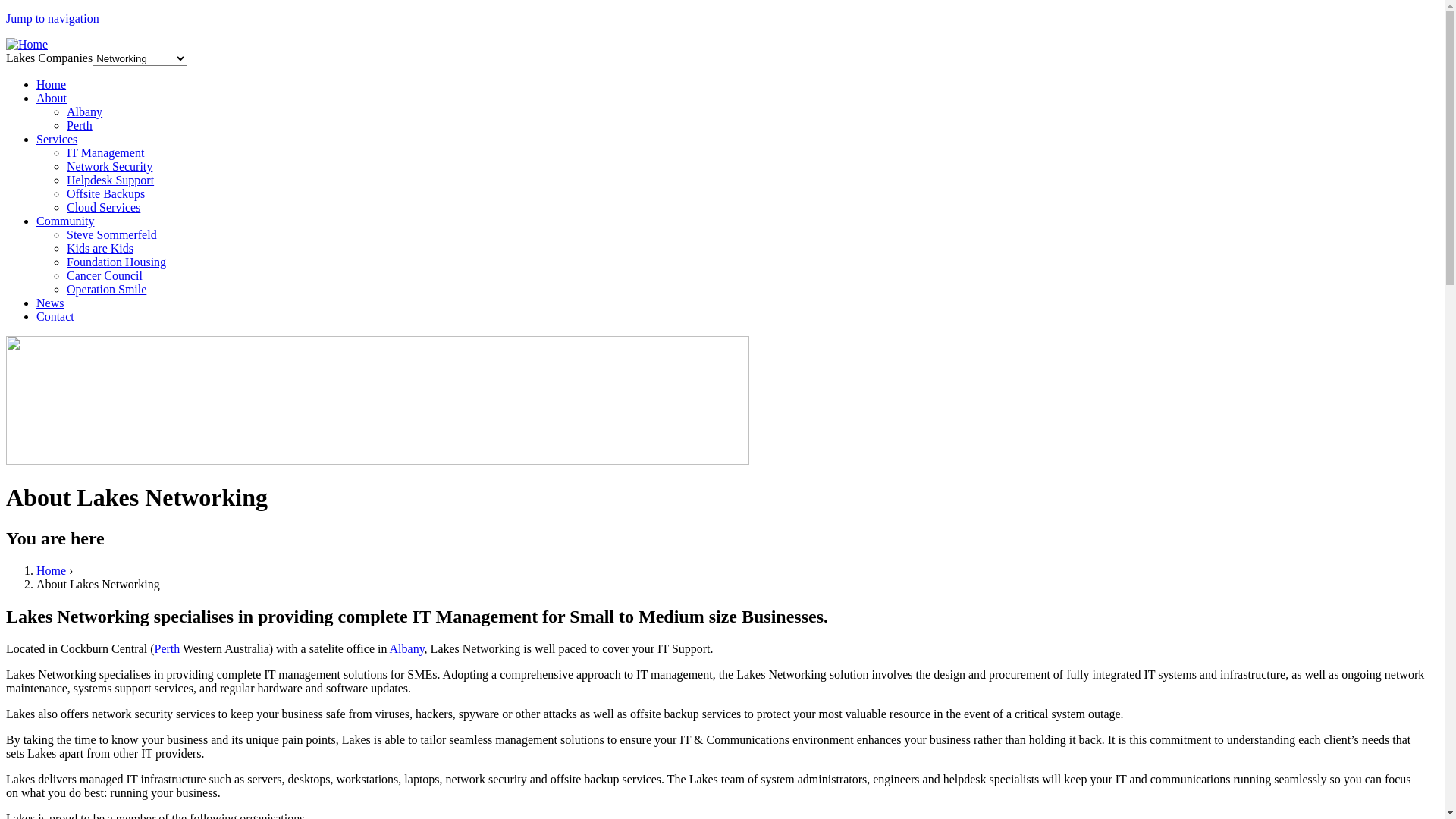 The image size is (1456, 819). What do you see at coordinates (407, 648) in the screenshot?
I see `'Albany'` at bounding box center [407, 648].